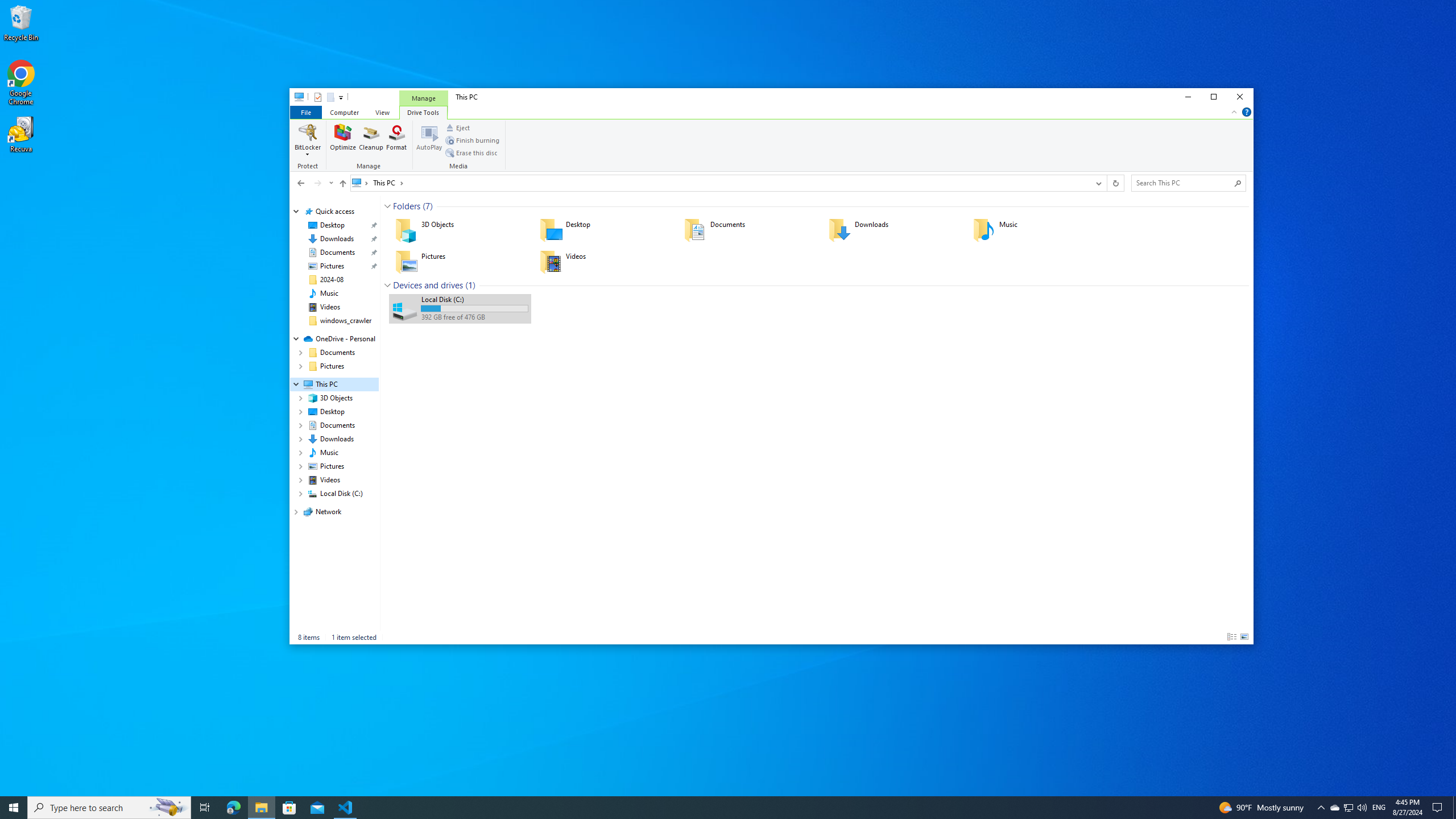  What do you see at coordinates (459, 229) in the screenshot?
I see `'3D Objects'` at bounding box center [459, 229].